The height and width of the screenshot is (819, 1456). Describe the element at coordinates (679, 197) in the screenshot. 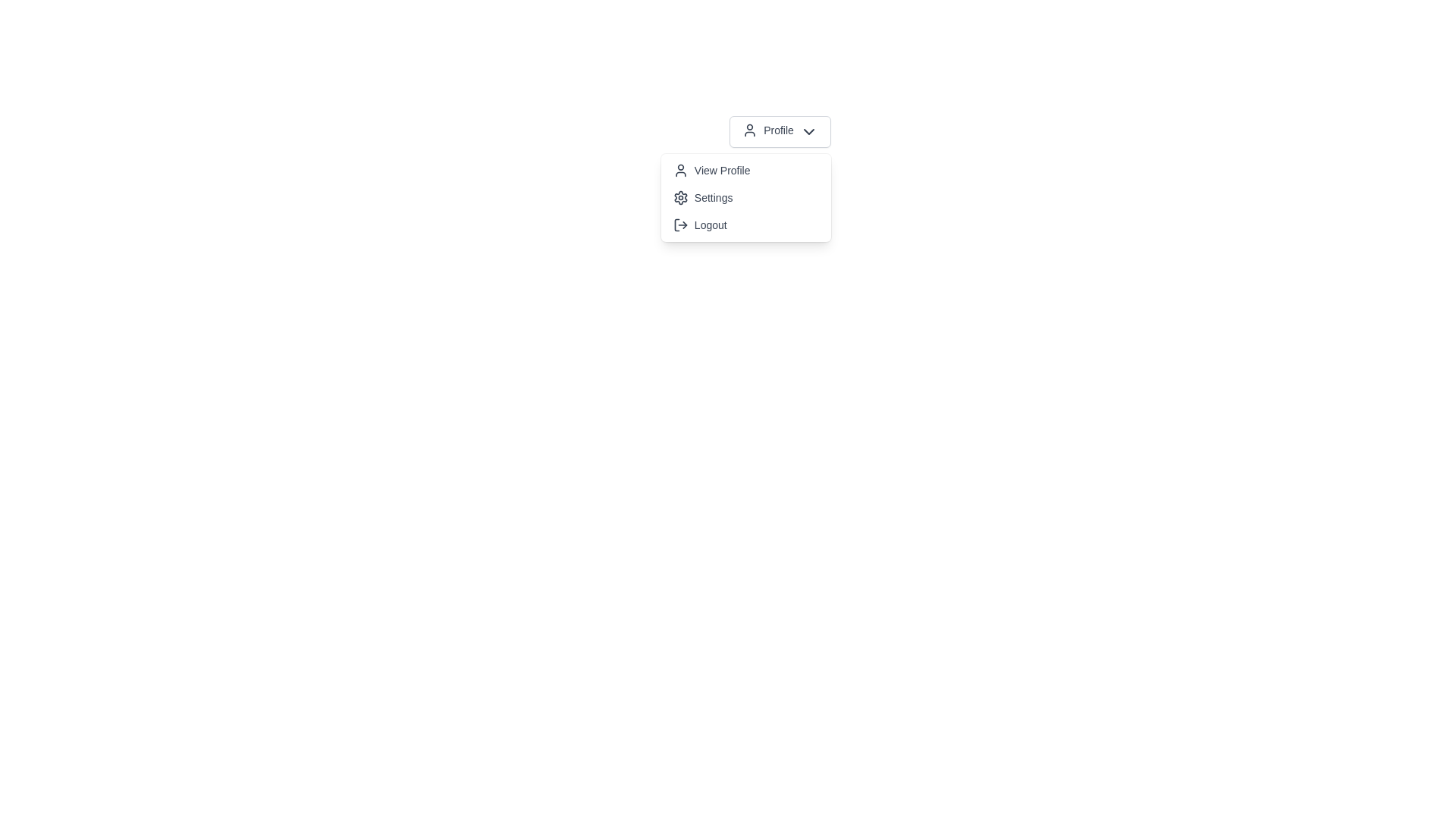

I see `the gear-shaped icon representing the settings symbol located within the 'Settings' menu item` at that location.